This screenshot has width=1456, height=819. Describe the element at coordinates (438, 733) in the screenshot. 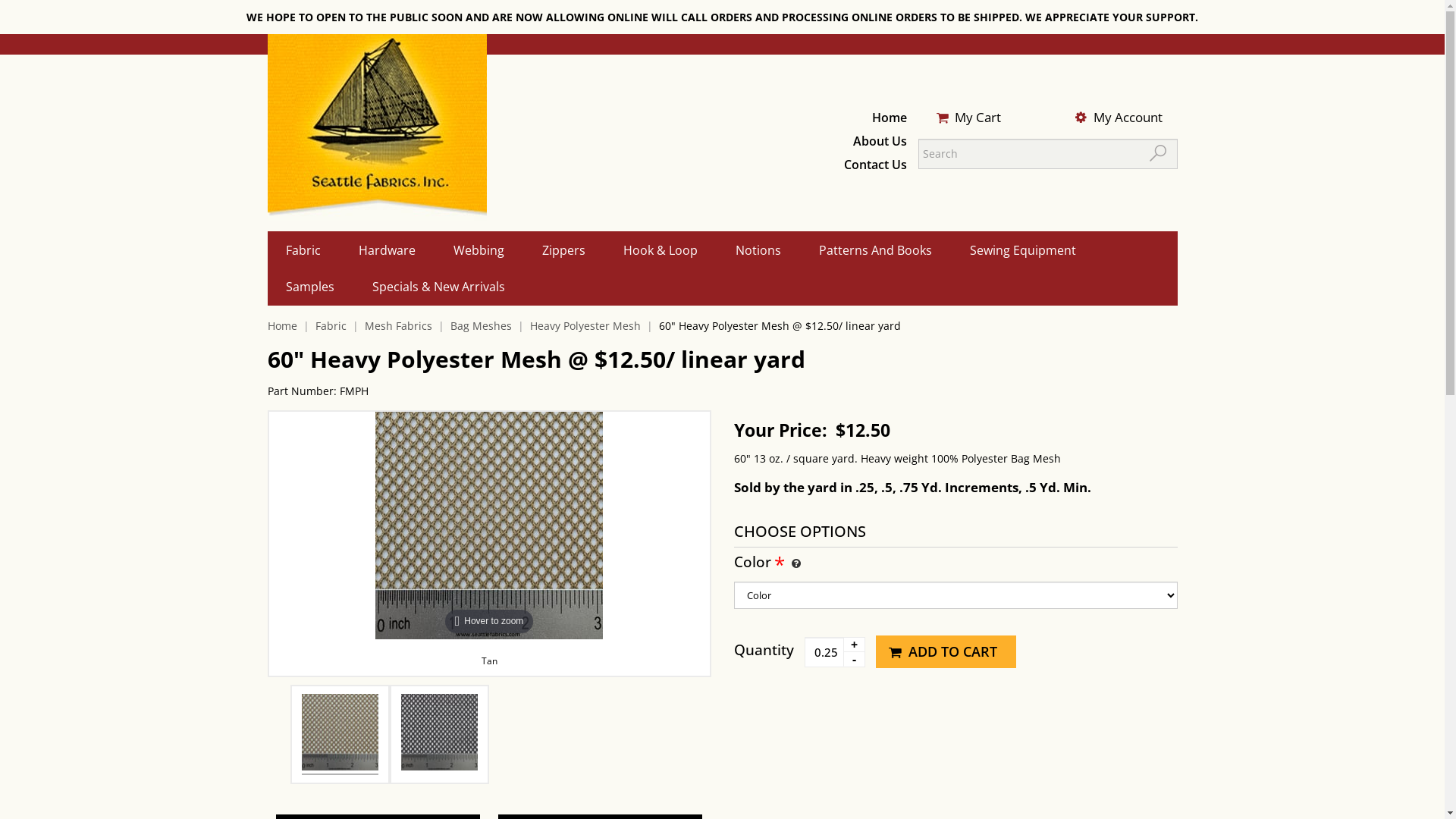

I see `'Black'` at that location.